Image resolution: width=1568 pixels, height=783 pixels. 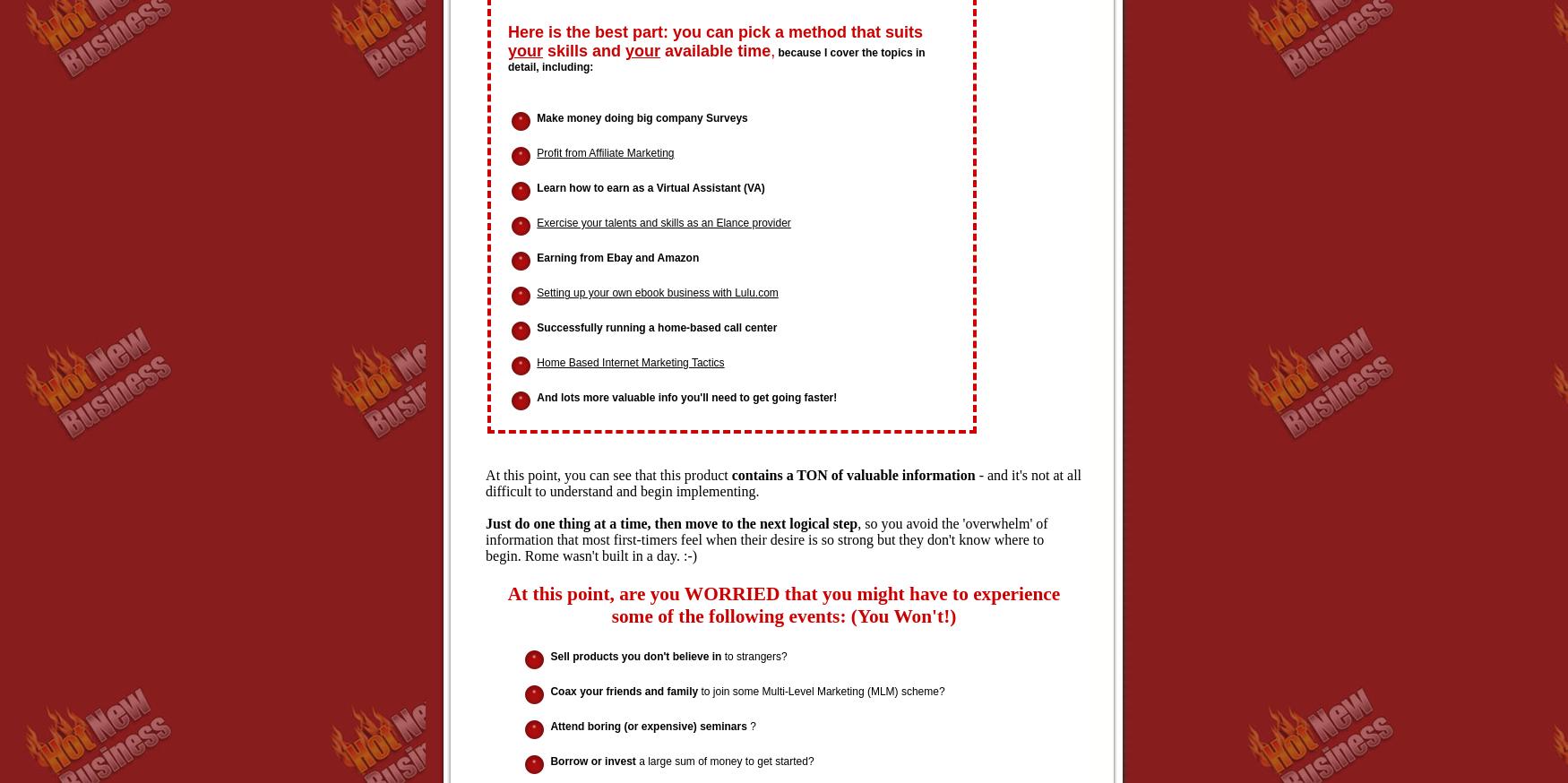 I want to click on 'contains a TON of valuable information', so click(x=853, y=475).